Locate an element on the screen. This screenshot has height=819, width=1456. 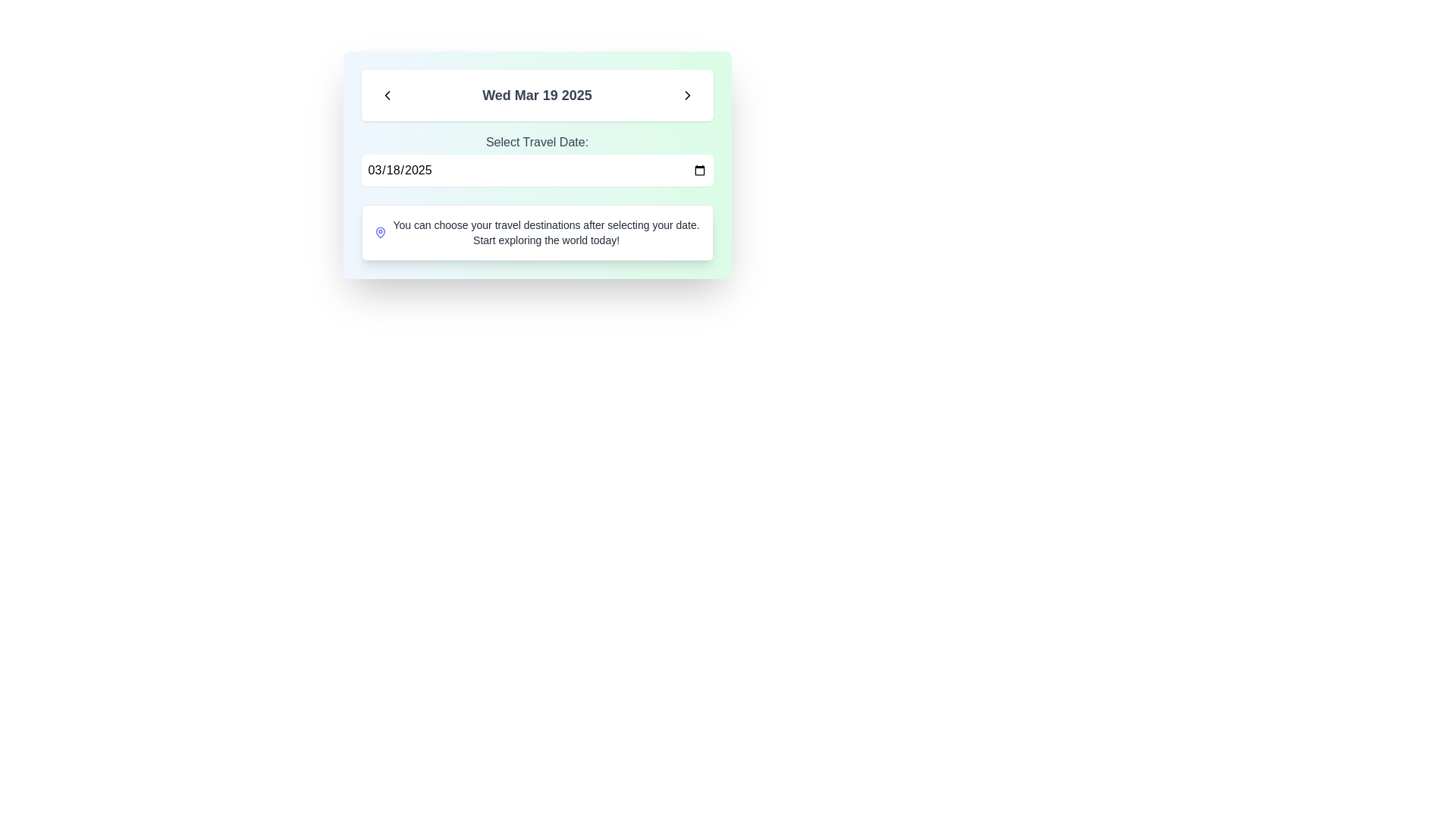
the travel-related icon located inside a white, rounded rectangle box to the left of the text describing travel choices is located at coordinates (380, 233).